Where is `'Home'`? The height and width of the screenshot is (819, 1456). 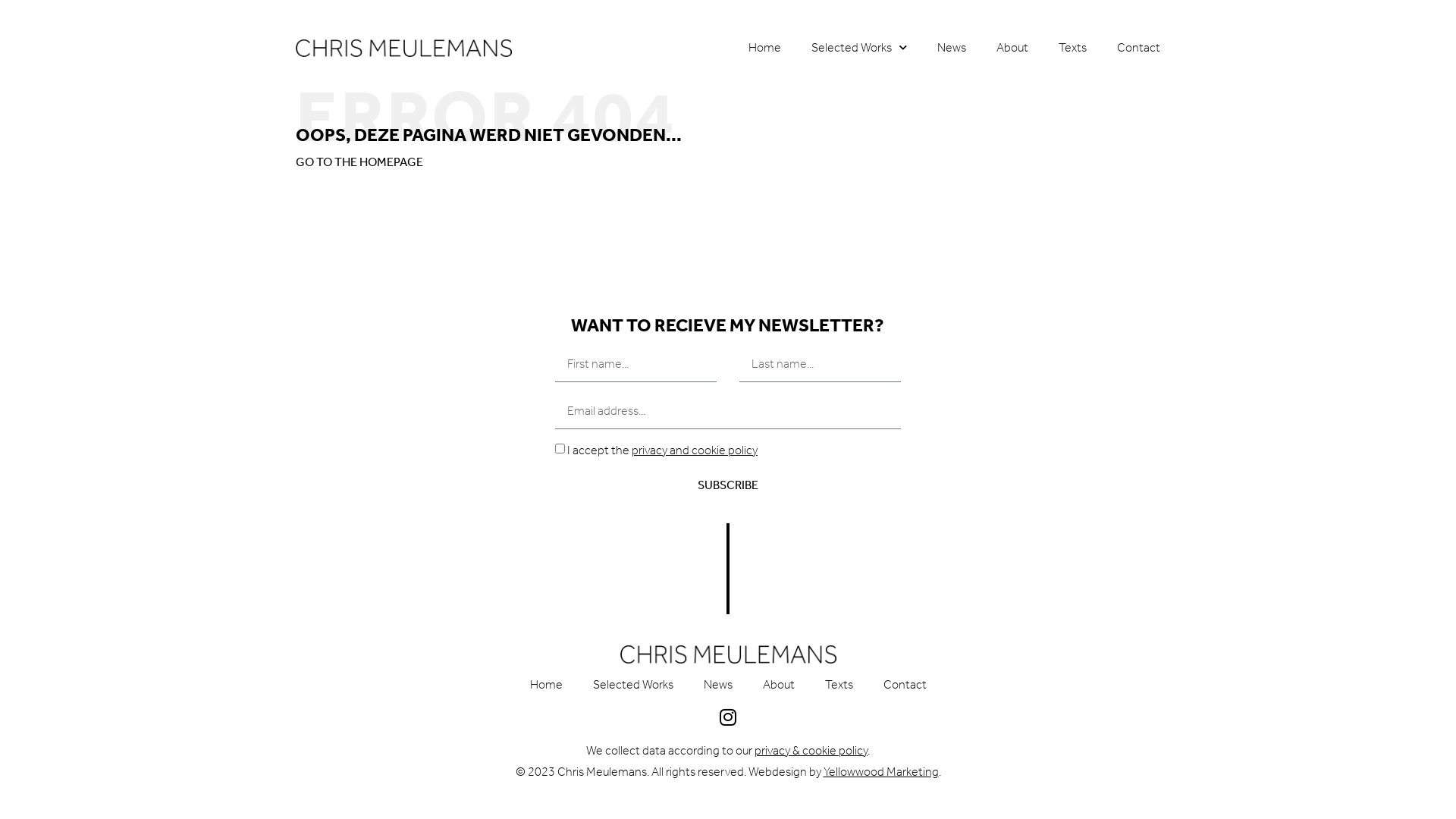 'Home' is located at coordinates (764, 46).